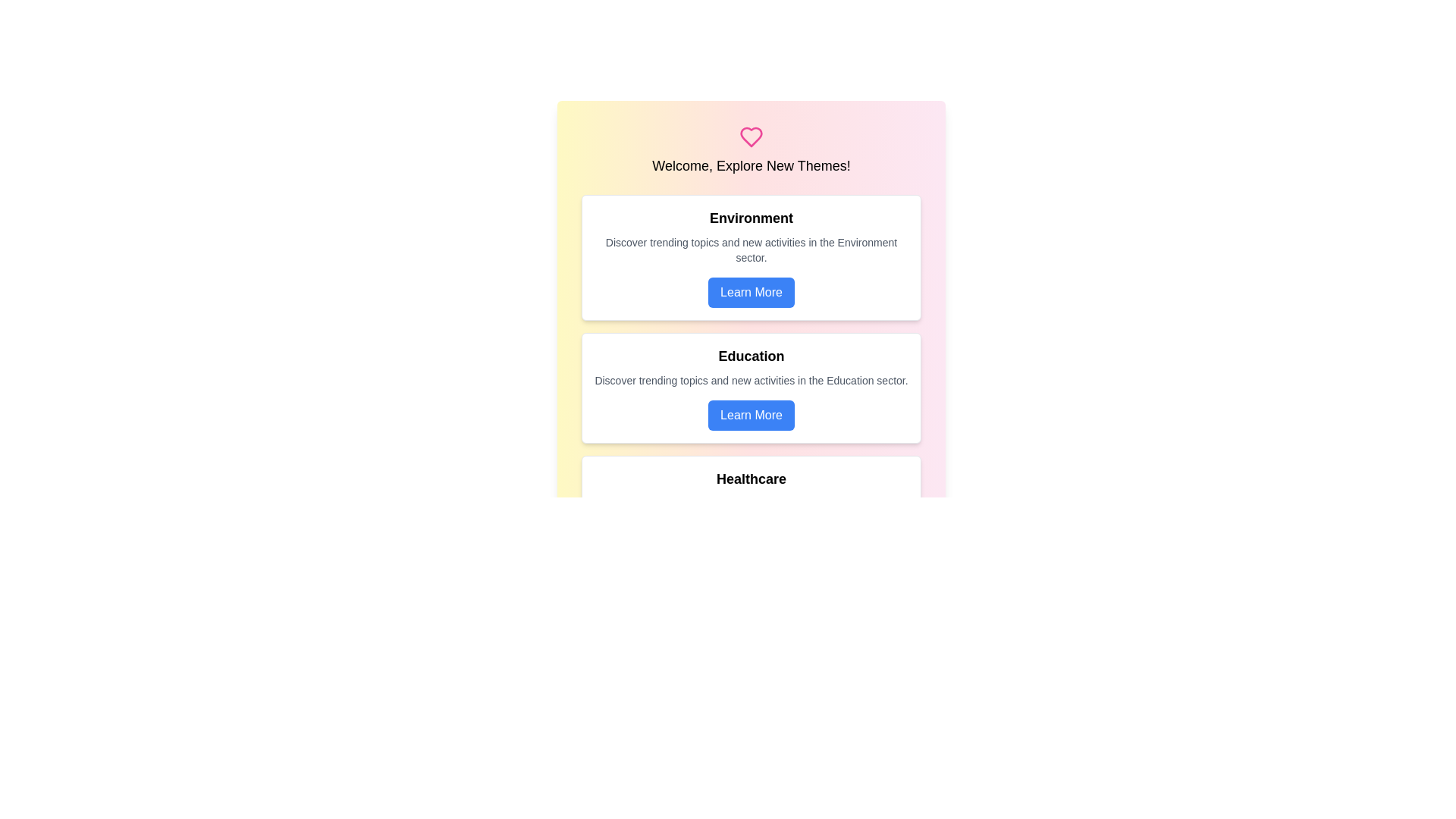 Image resolution: width=1456 pixels, height=819 pixels. I want to click on the button located below the text 'Discover trending topics and new activities in the Education sector.' within the 'Education' card, so click(751, 415).